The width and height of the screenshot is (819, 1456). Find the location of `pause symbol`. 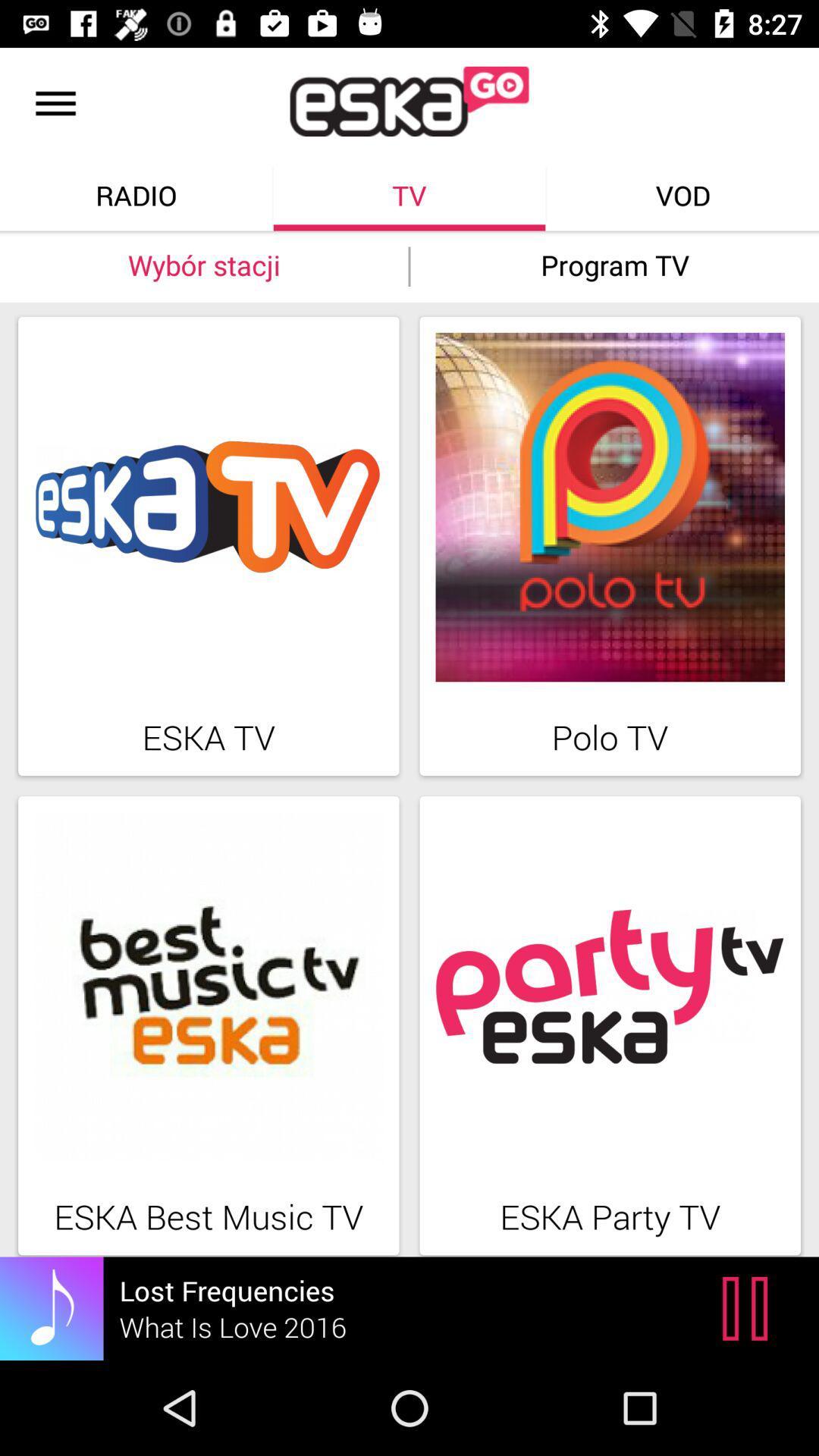

pause symbol is located at coordinates (748, 1308).